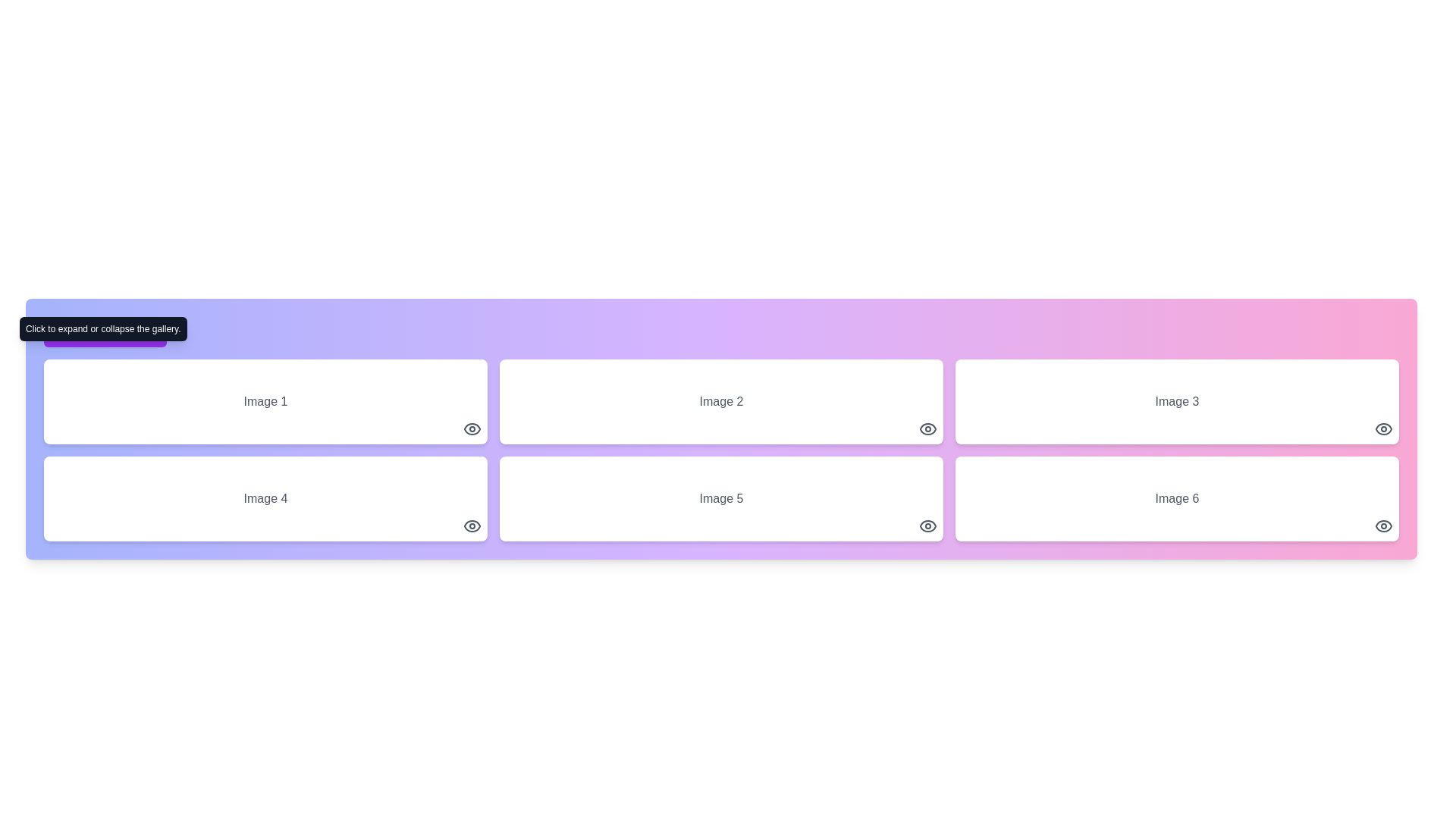 The height and width of the screenshot is (819, 1456). What do you see at coordinates (720, 400) in the screenshot?
I see `the 'Image 2' text label to change its color from gray to black` at bounding box center [720, 400].